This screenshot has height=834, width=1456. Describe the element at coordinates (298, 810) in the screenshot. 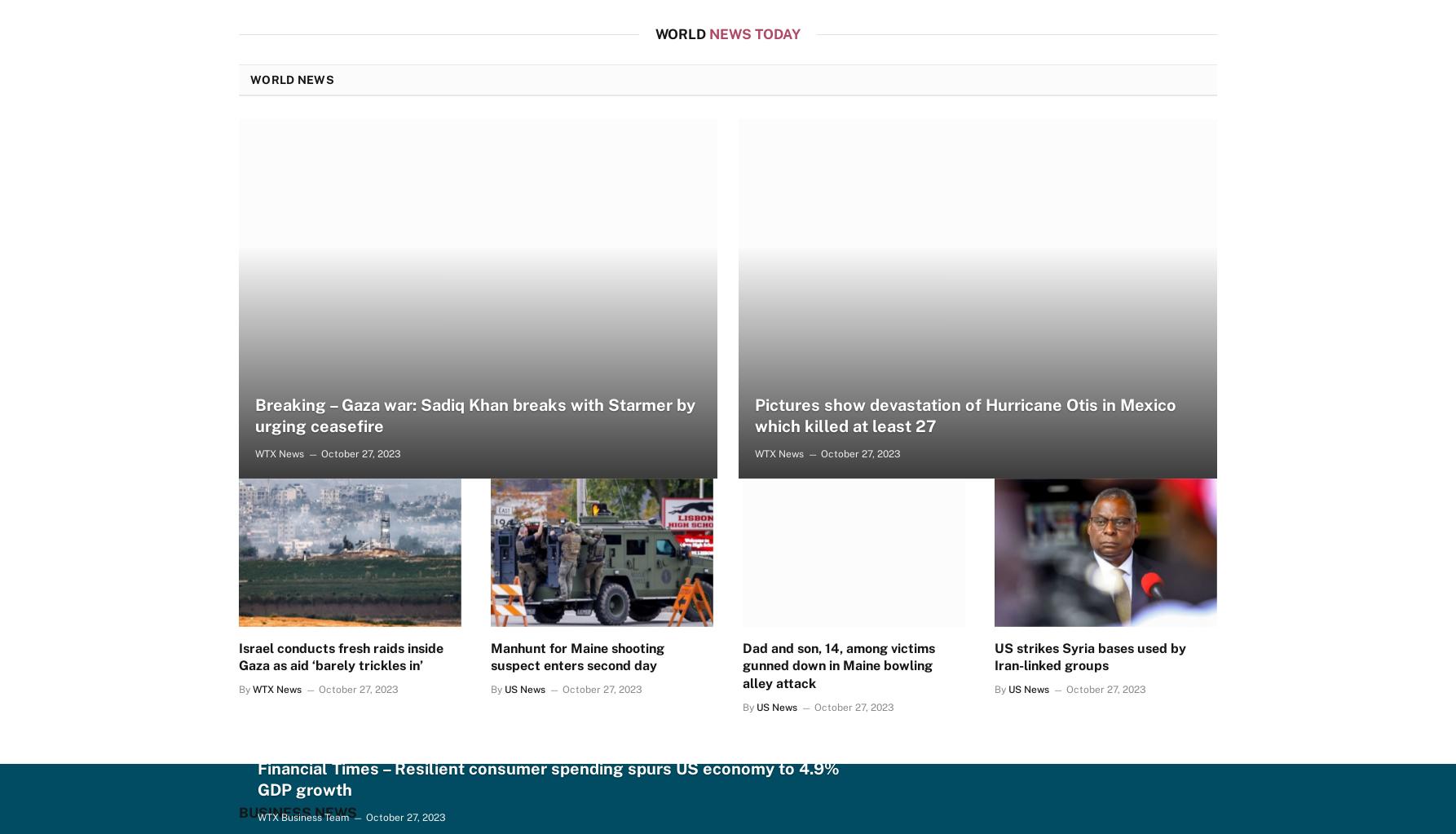

I see `'Business News'` at that location.